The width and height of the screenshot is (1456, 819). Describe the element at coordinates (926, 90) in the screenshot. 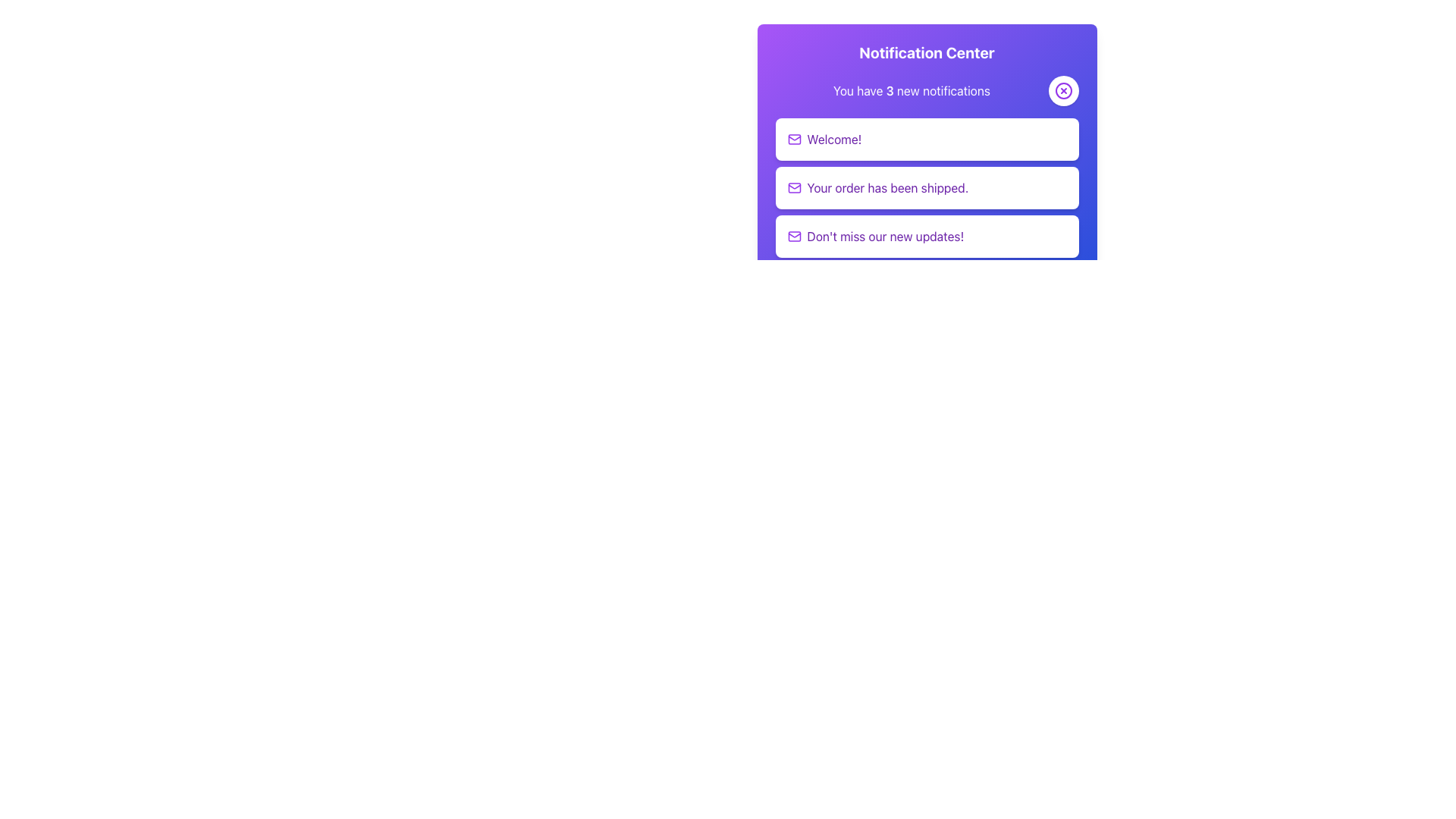

I see `notification information from the Notification bar that displays 'You have 3 new notifications' on a purple gradient background` at that location.